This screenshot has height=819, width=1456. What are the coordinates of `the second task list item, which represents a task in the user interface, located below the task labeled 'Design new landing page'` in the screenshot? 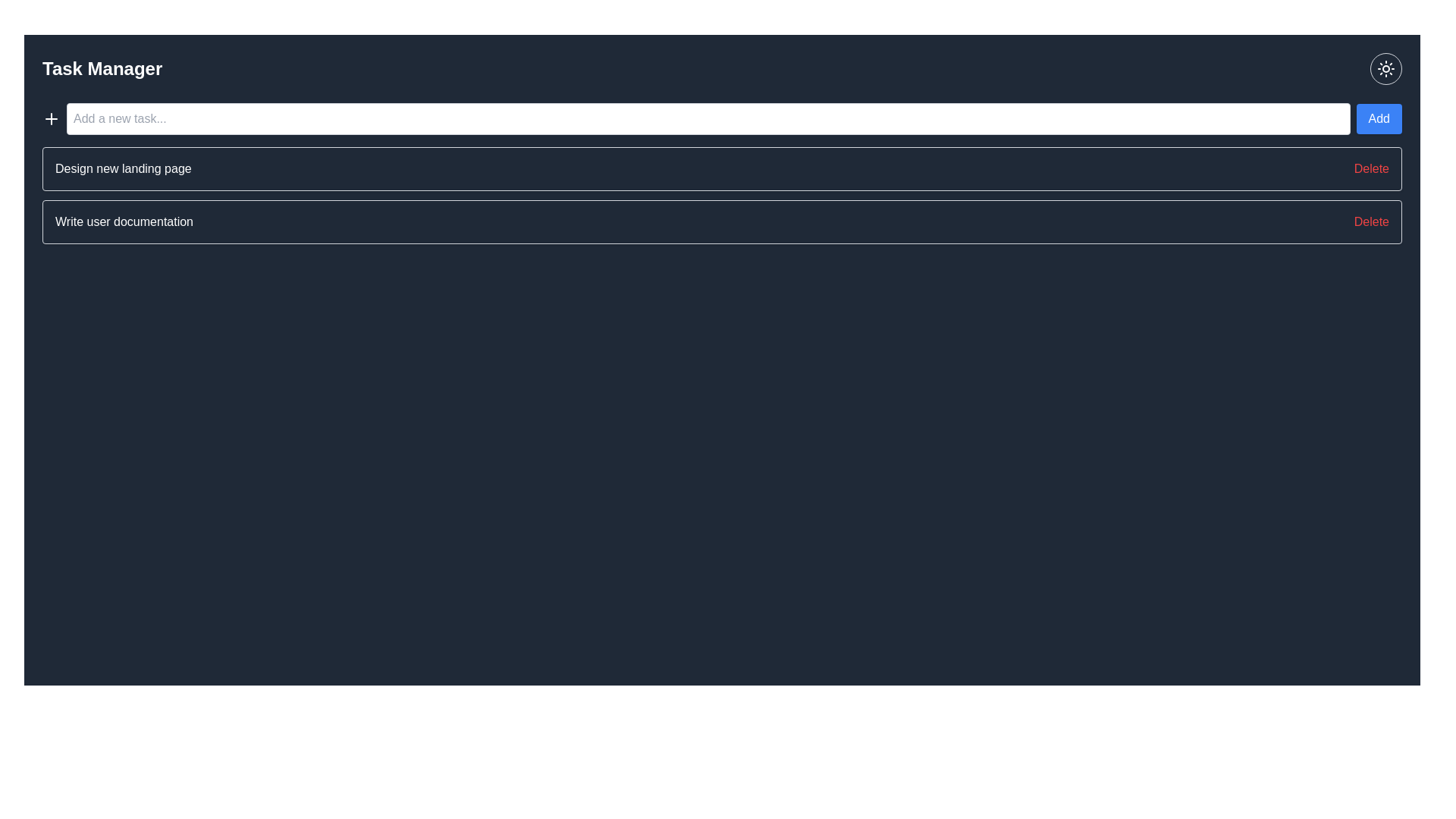 It's located at (721, 222).